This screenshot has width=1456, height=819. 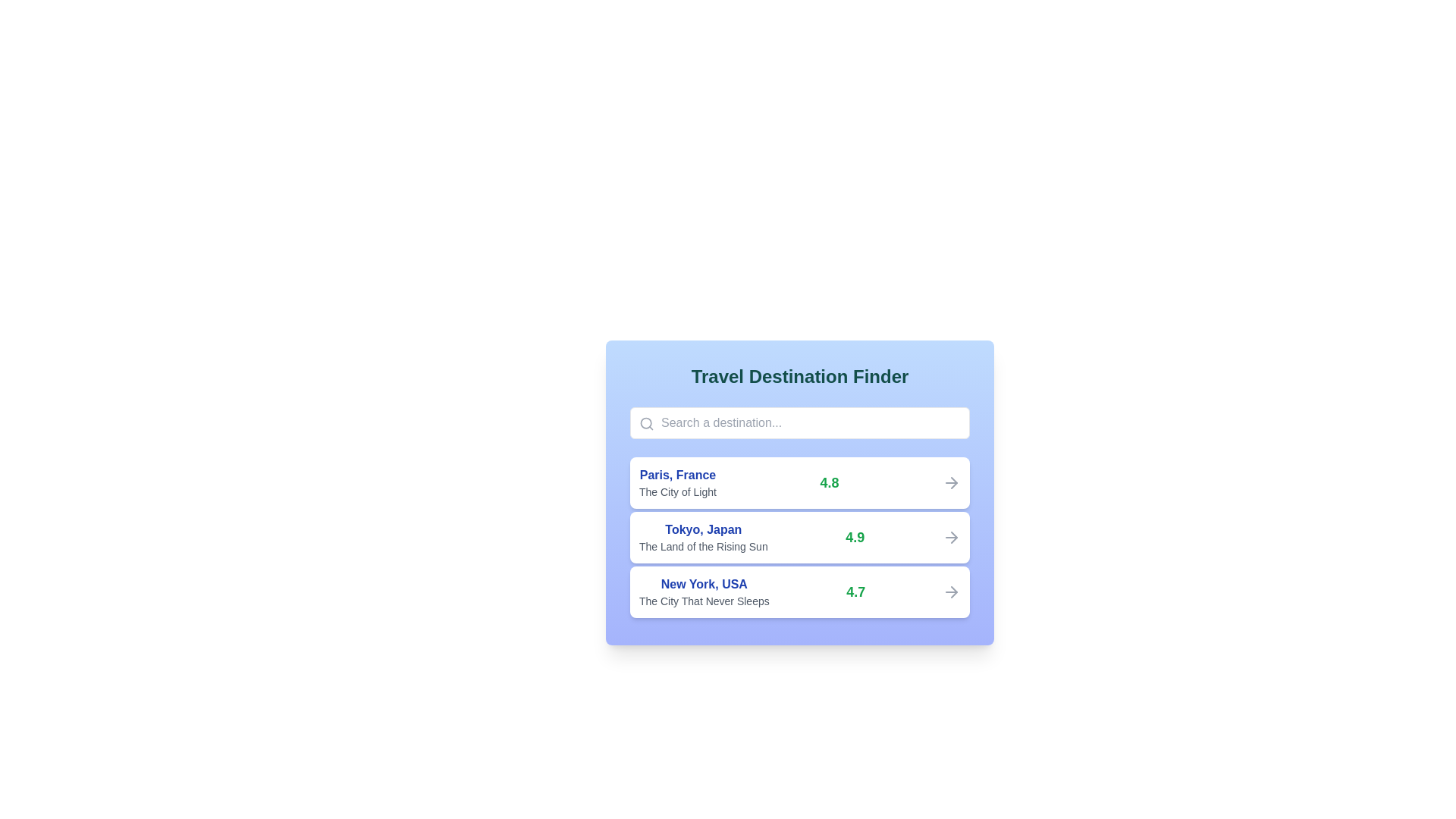 I want to click on the text label displaying 'Paris, France', which is styled in a bold, dark blue font and positioned above the subtitle 'The City of Light', so click(x=676, y=475).